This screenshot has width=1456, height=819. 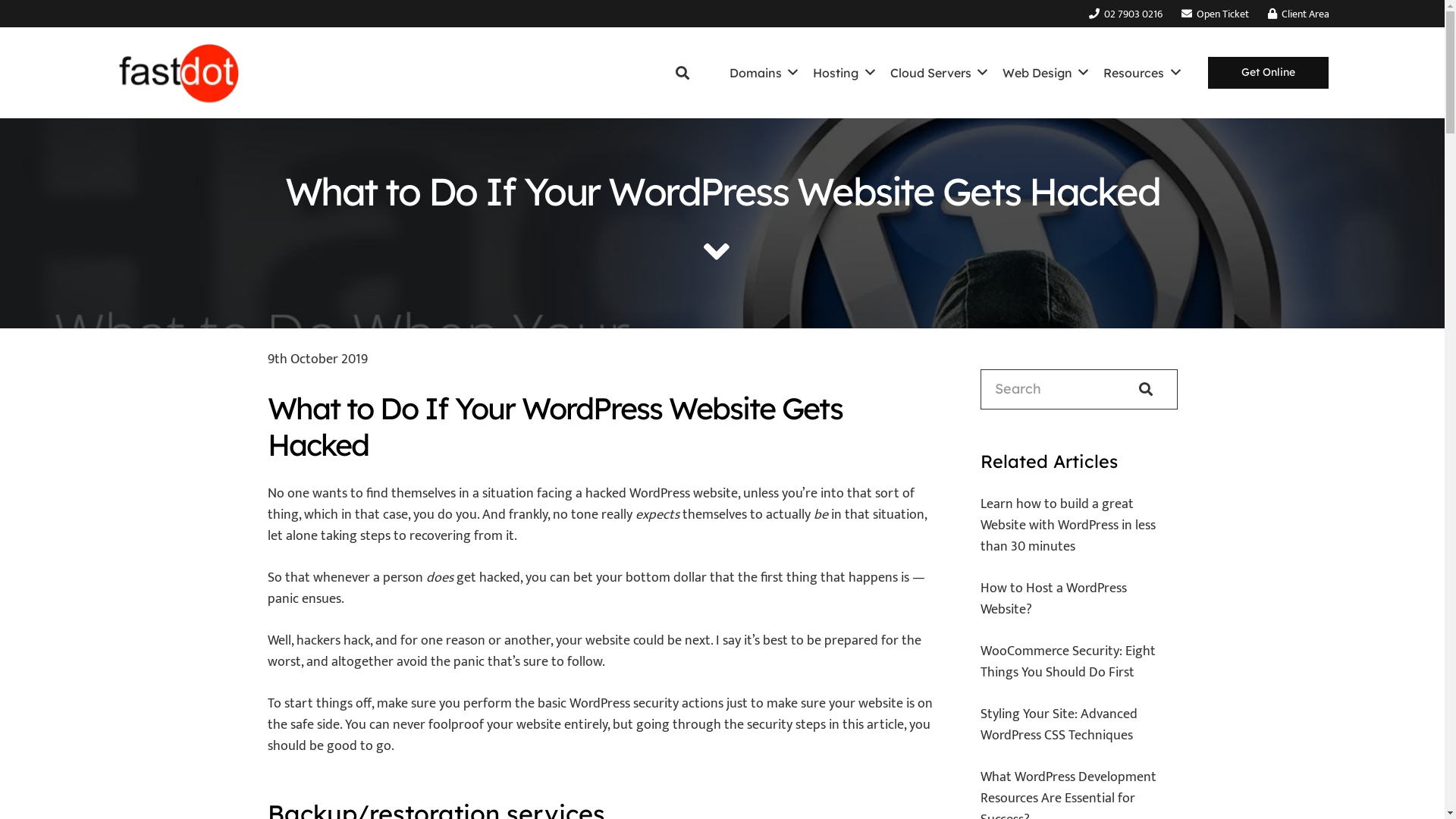 What do you see at coordinates (843, 73) in the screenshot?
I see `'Hosting'` at bounding box center [843, 73].